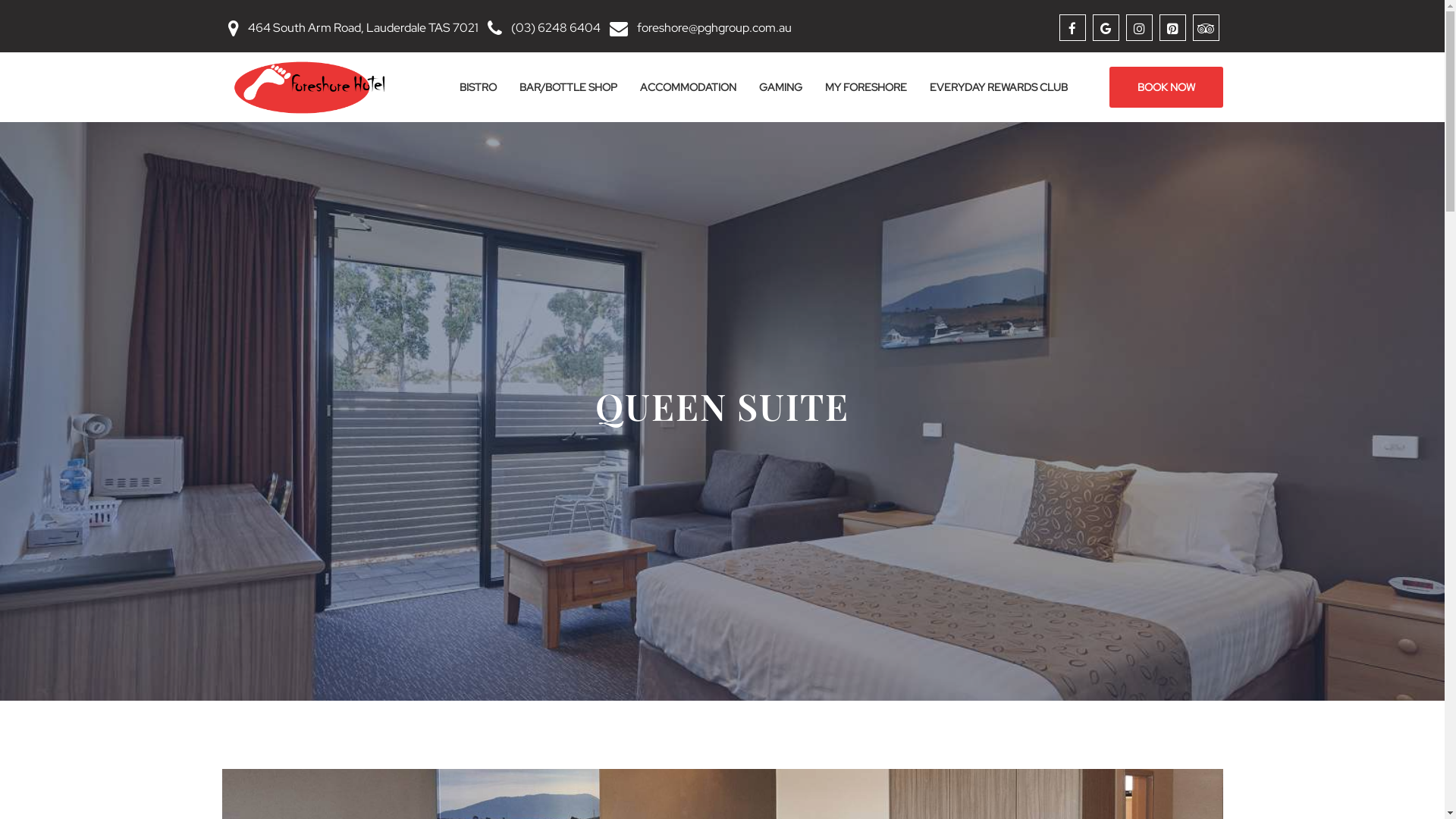  Describe the element at coordinates (780, 87) in the screenshot. I see `'GAMING'` at that location.